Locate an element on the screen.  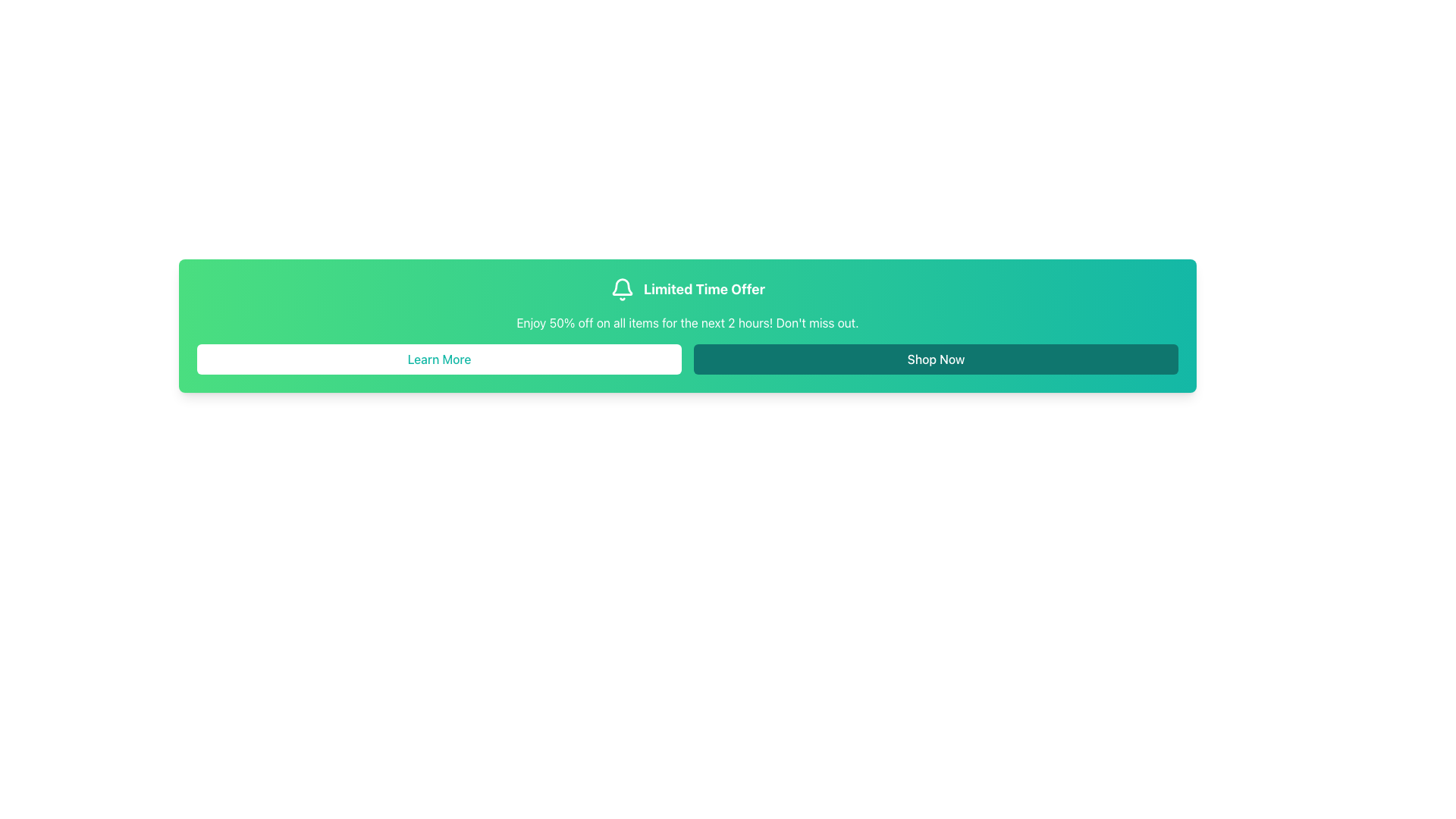
the headline text element located to the right of the bell icon is located at coordinates (704, 289).